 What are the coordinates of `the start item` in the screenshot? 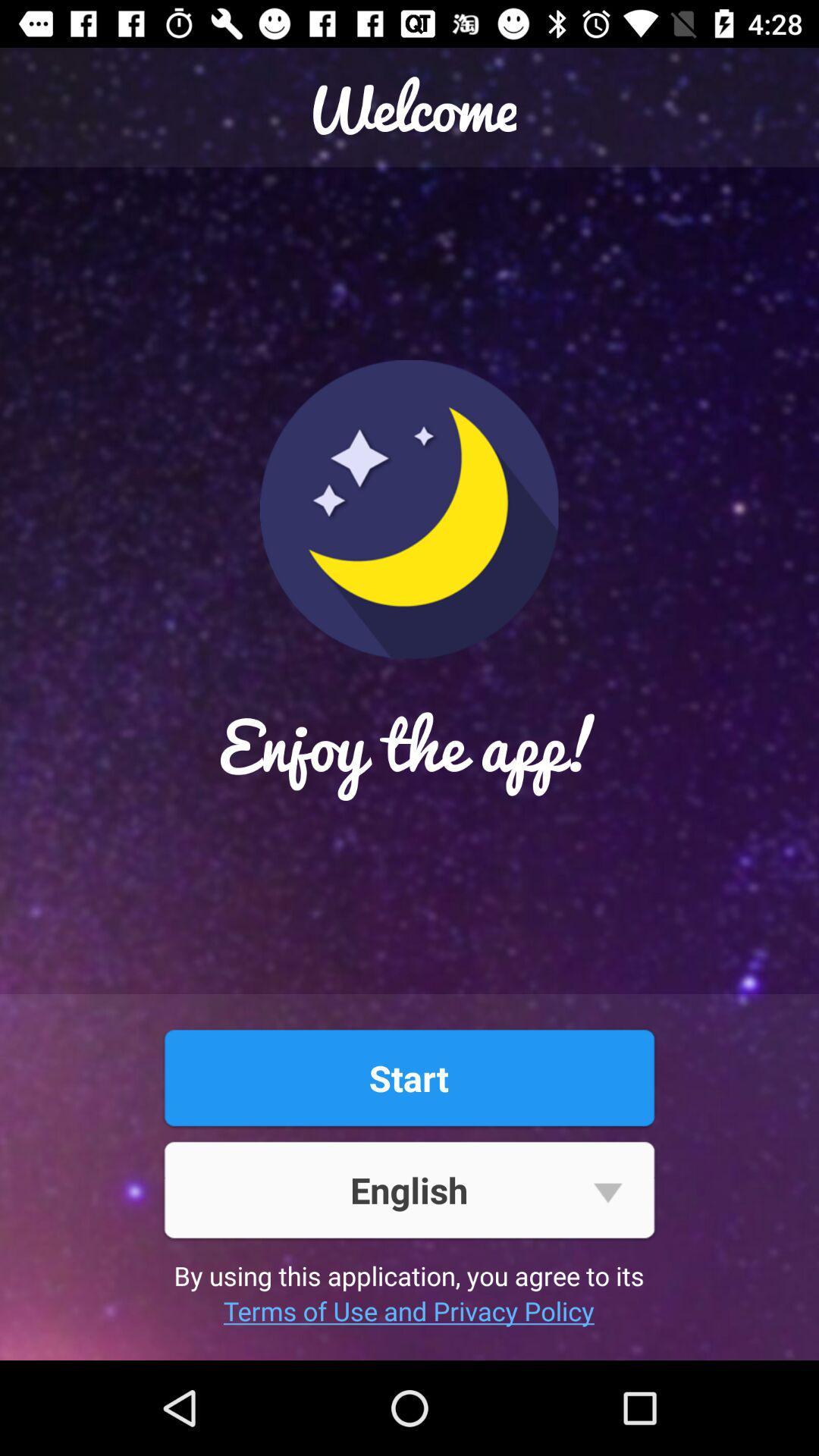 It's located at (408, 1077).